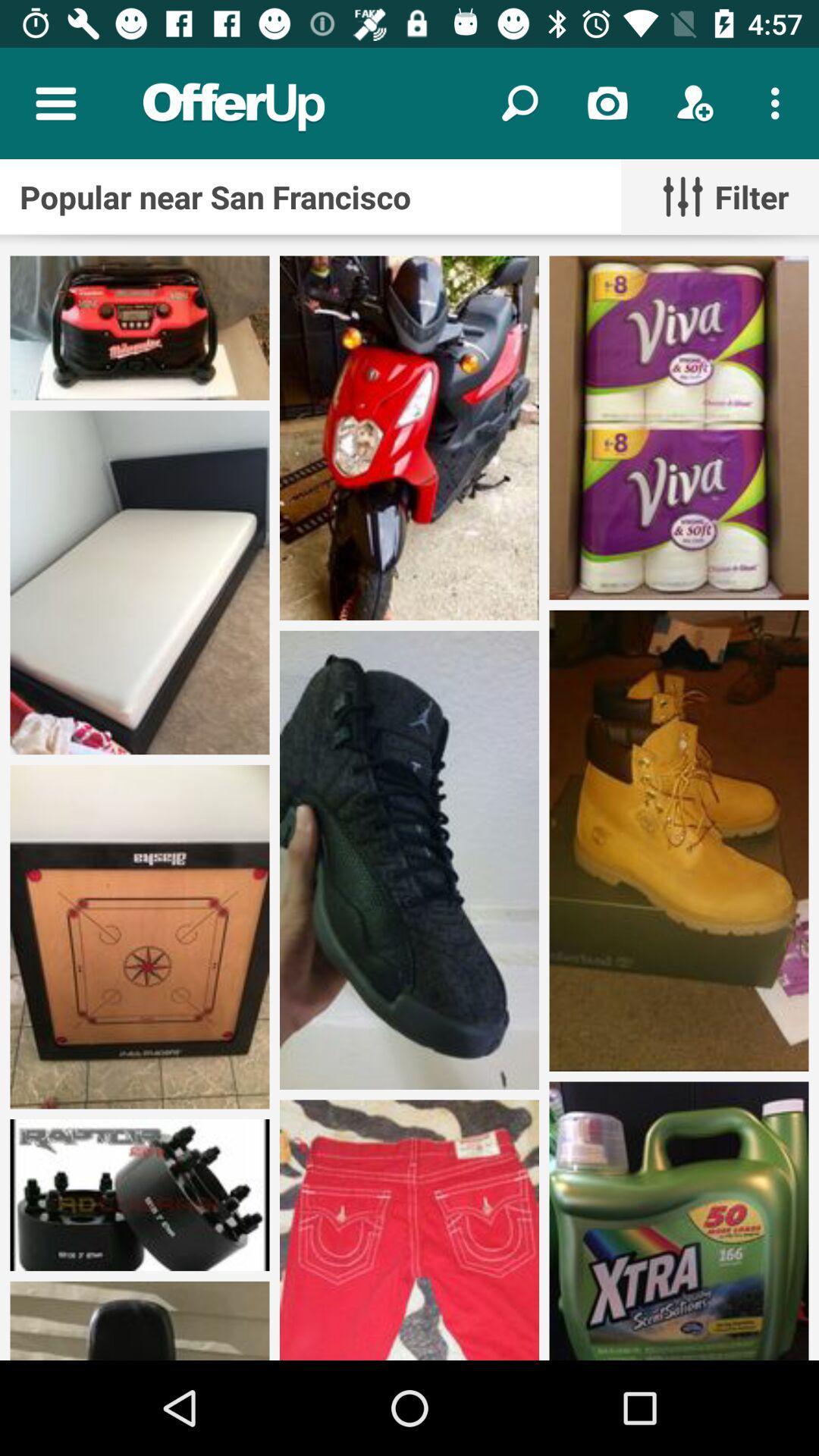  What do you see at coordinates (140, 582) in the screenshot?
I see `the image which is immediately above carrom board image` at bounding box center [140, 582].